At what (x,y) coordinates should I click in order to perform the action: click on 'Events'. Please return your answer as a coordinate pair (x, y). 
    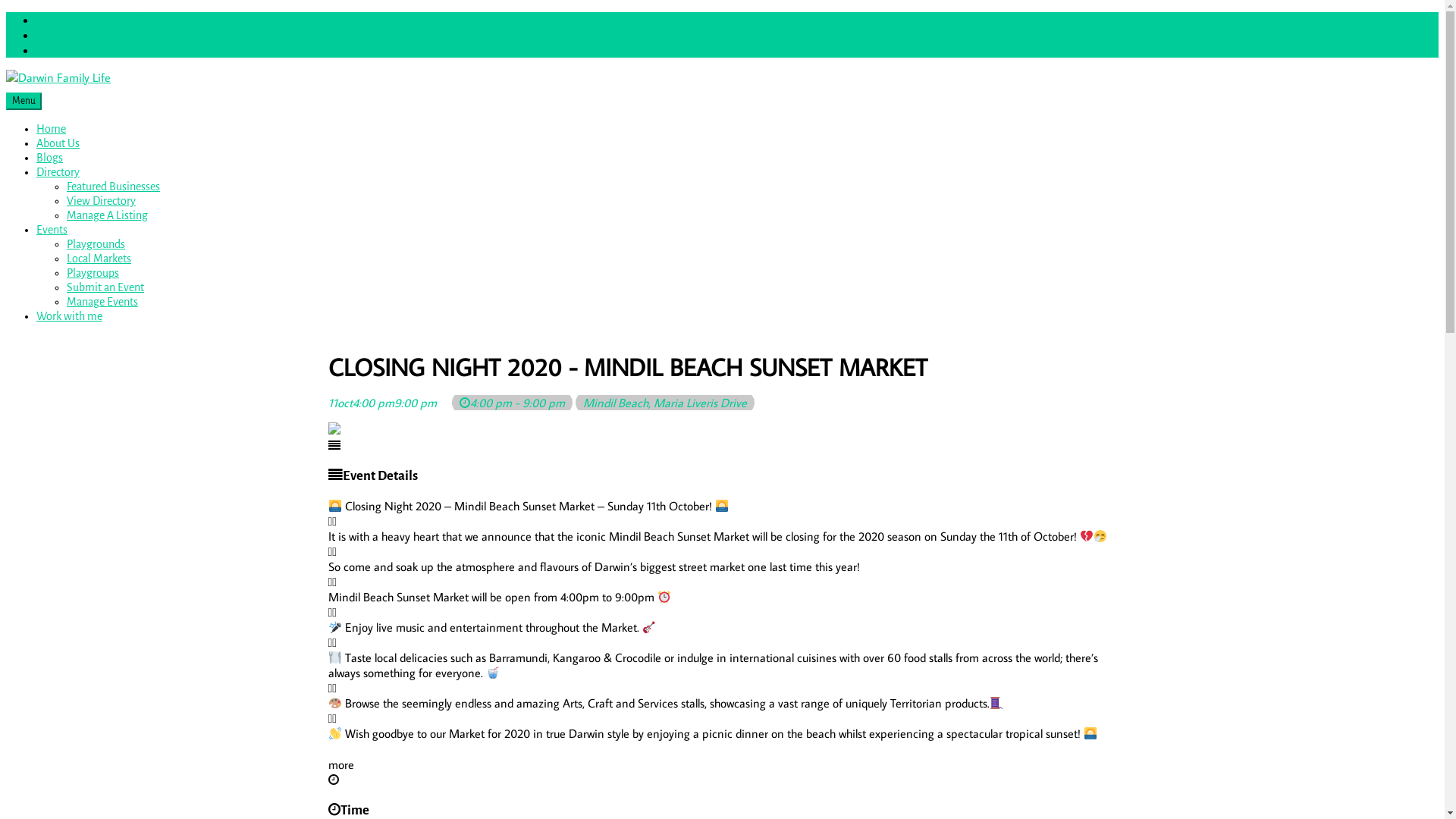
    Looking at the image, I should click on (36, 230).